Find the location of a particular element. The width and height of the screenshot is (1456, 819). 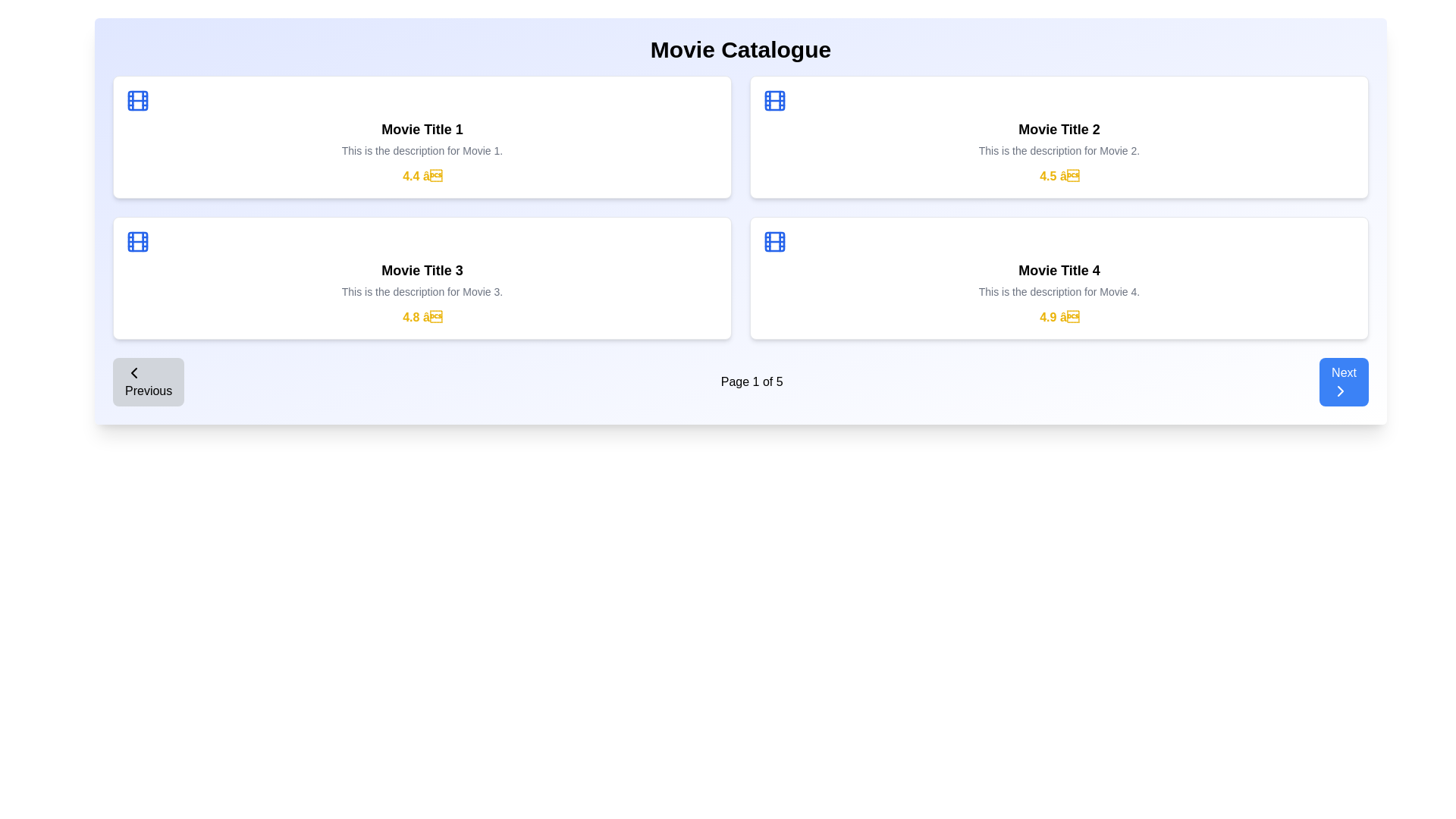

text of the movie title label located in the lower-left section of the movie cards grid is located at coordinates (422, 270).